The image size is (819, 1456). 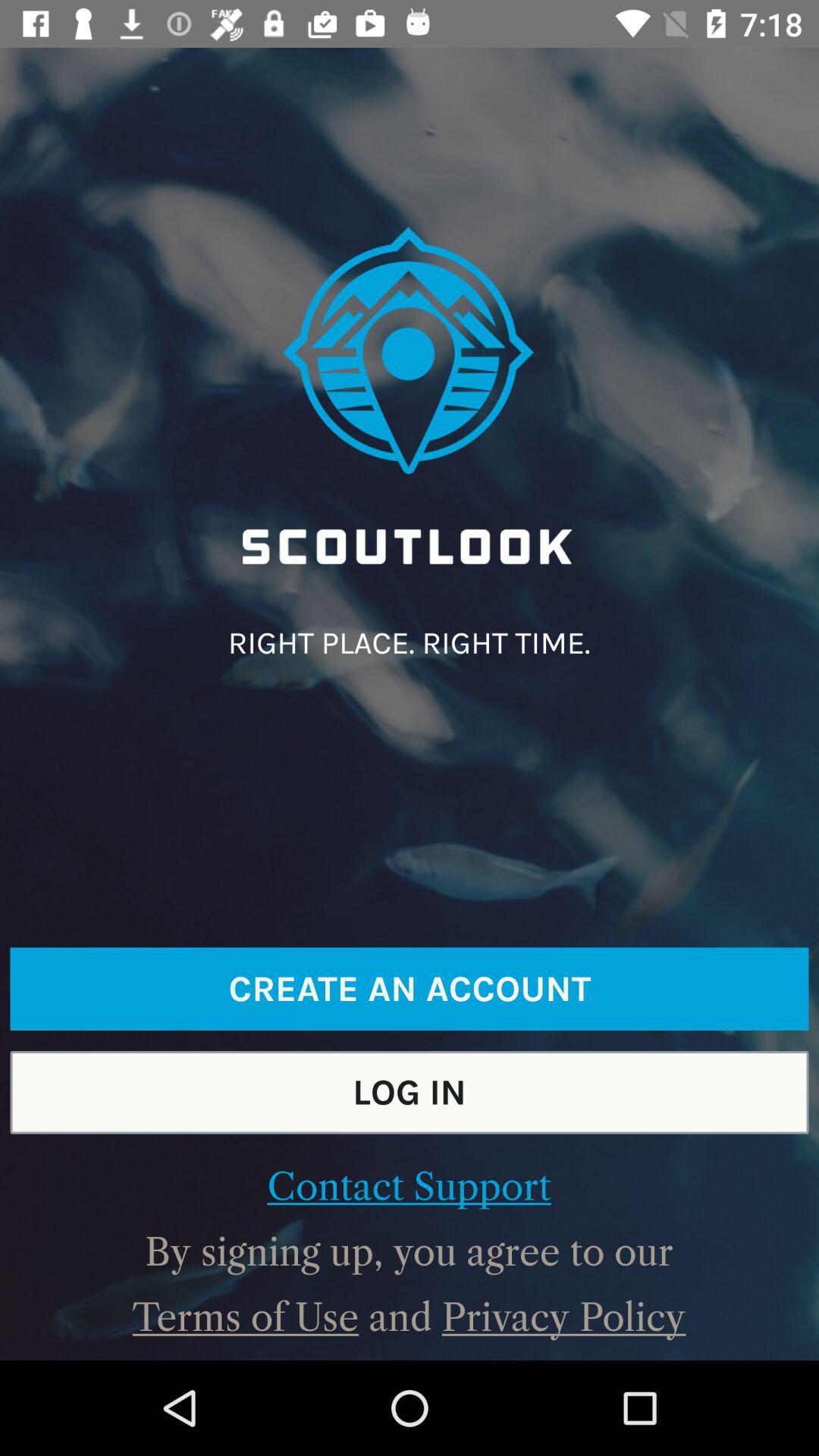 I want to click on the icon to the right of  and  item, so click(x=563, y=1316).